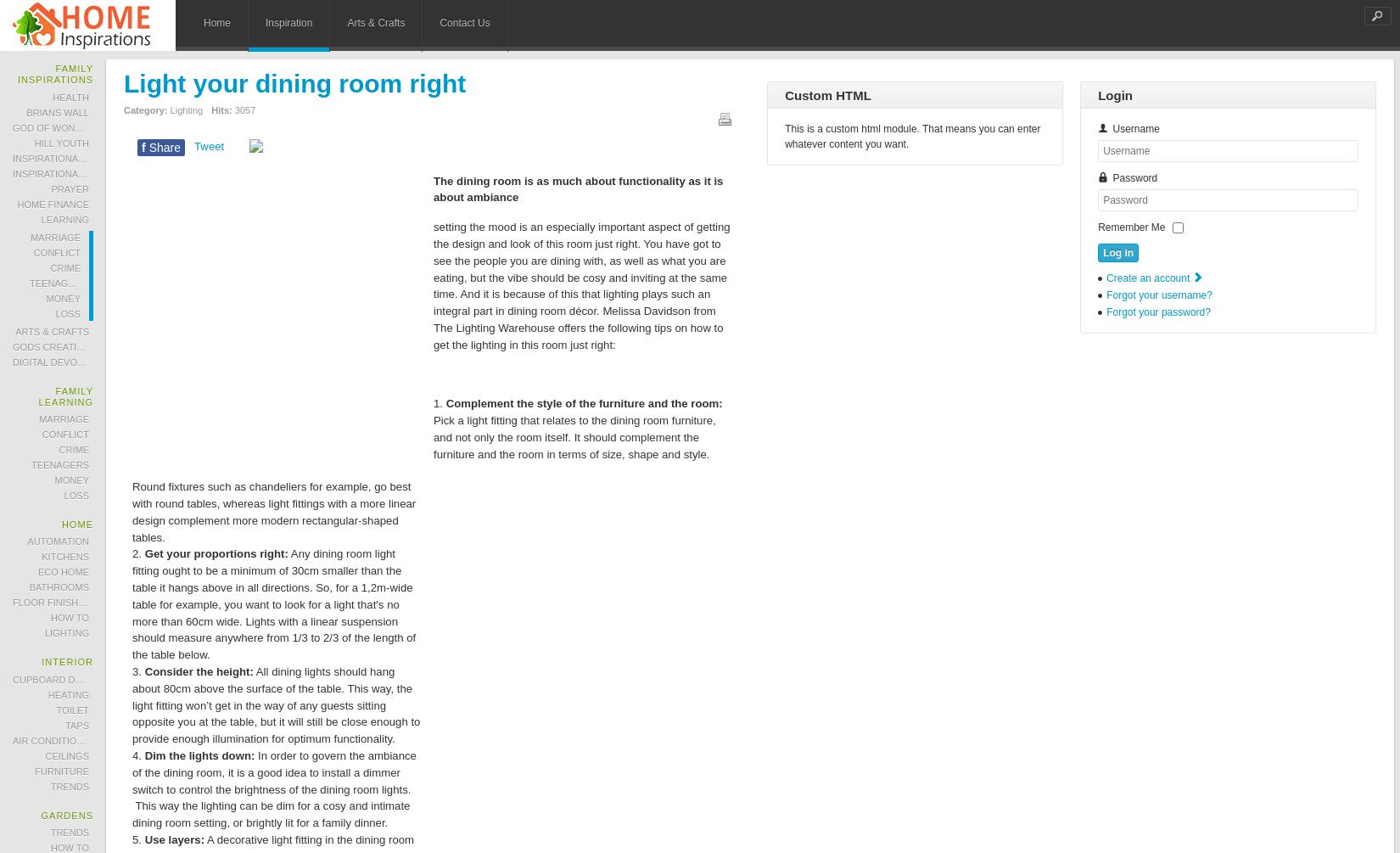 Image resolution: width=1400 pixels, height=853 pixels. What do you see at coordinates (70, 188) in the screenshot?
I see `'Prayer'` at bounding box center [70, 188].